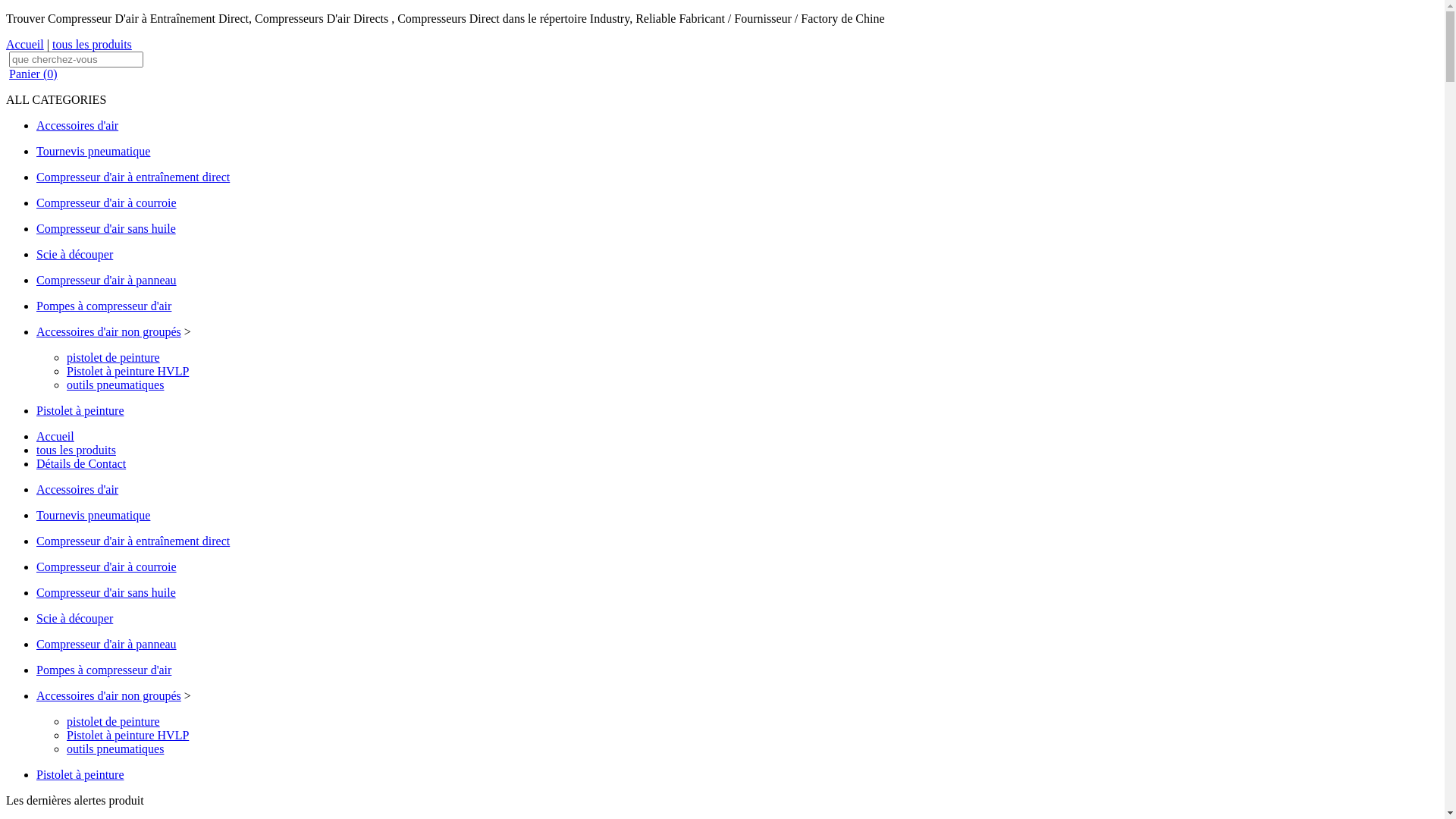 The image size is (1456, 819). What do you see at coordinates (33, 74) in the screenshot?
I see `'Panier (0)'` at bounding box center [33, 74].